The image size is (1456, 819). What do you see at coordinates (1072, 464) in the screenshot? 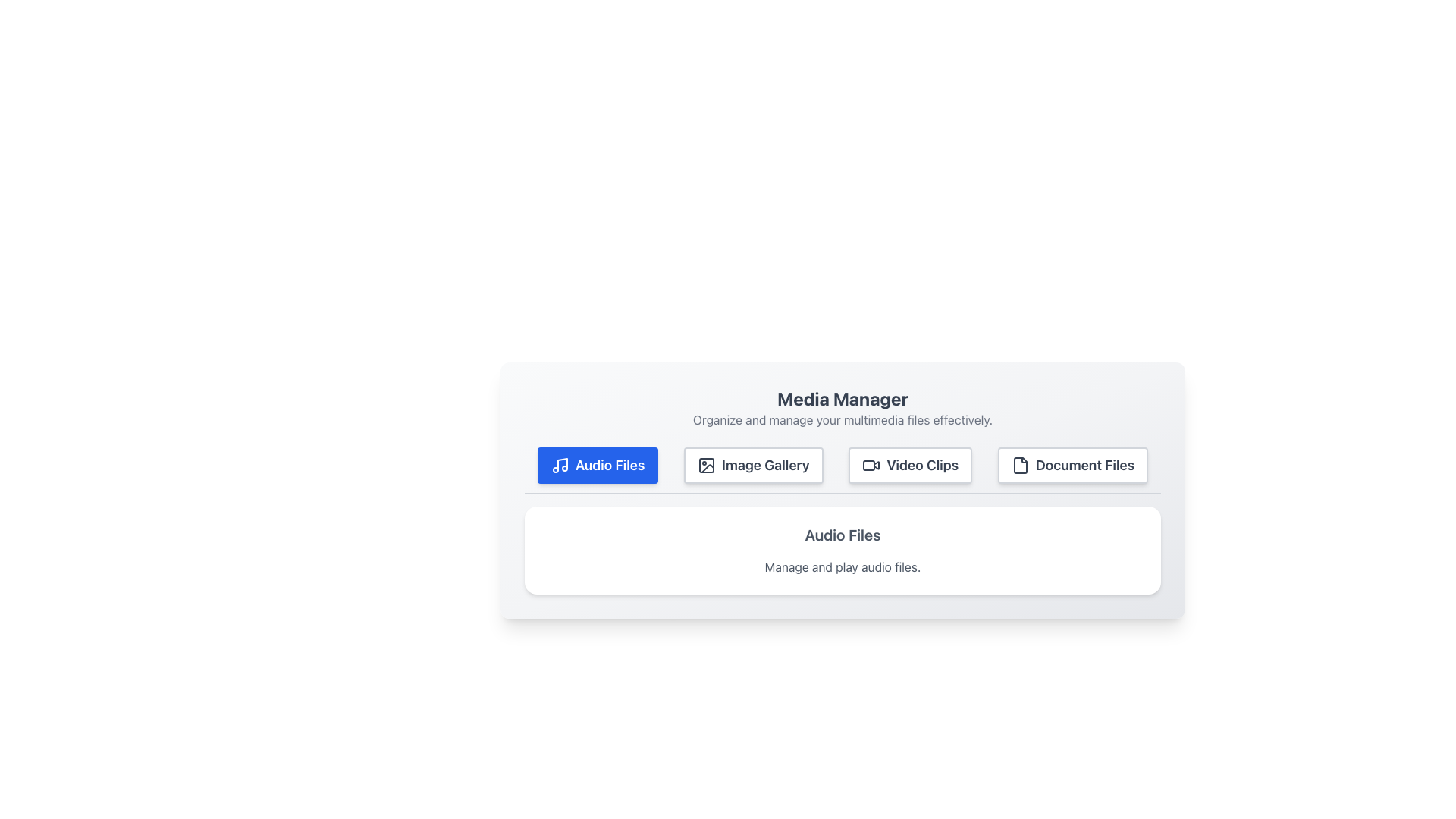
I see `the fourth button in the horizontal row of category buttons in the 'Media Manager' interface` at bounding box center [1072, 464].